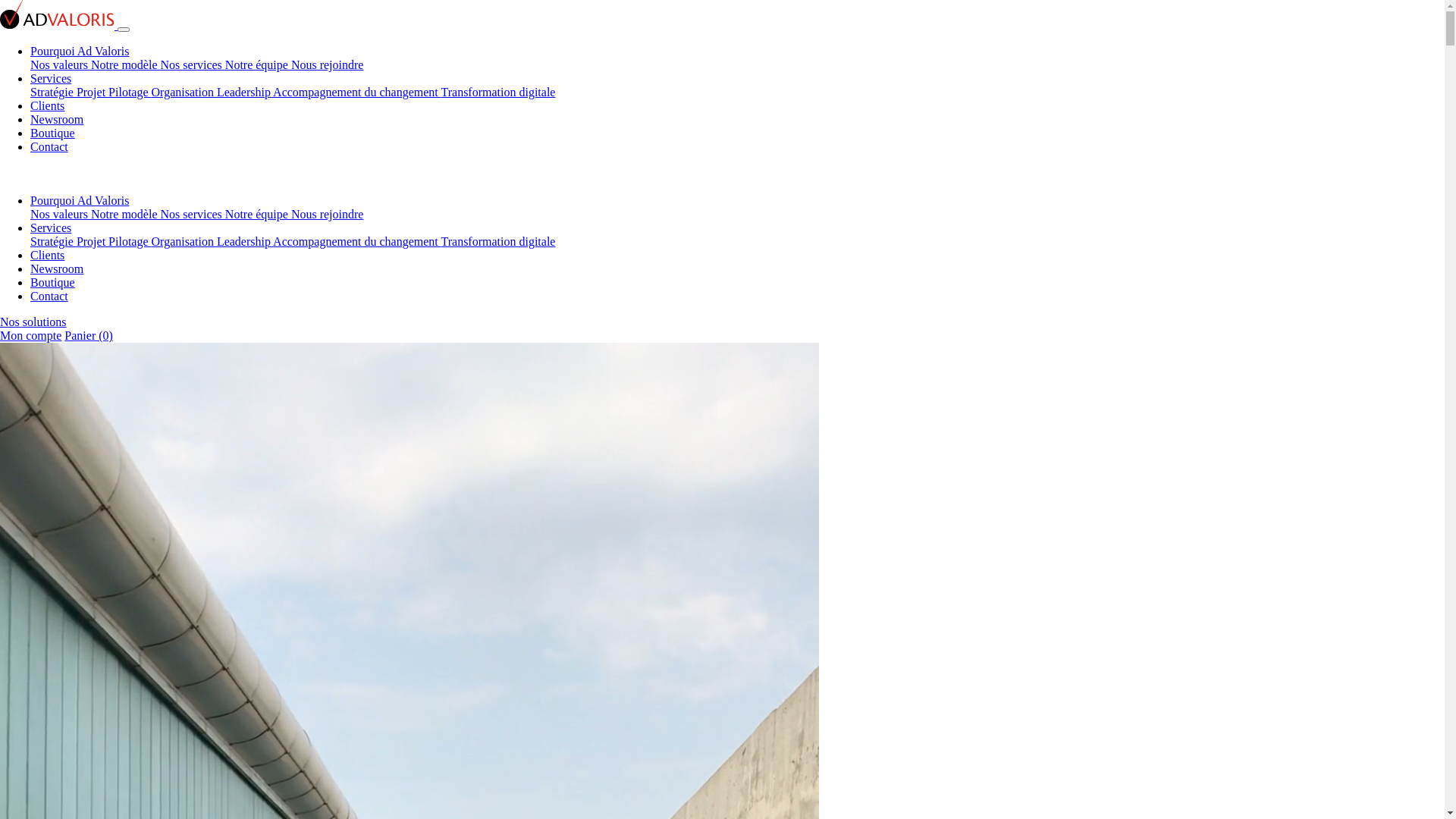 The height and width of the screenshot is (819, 1456). I want to click on 'Contact', so click(49, 146).